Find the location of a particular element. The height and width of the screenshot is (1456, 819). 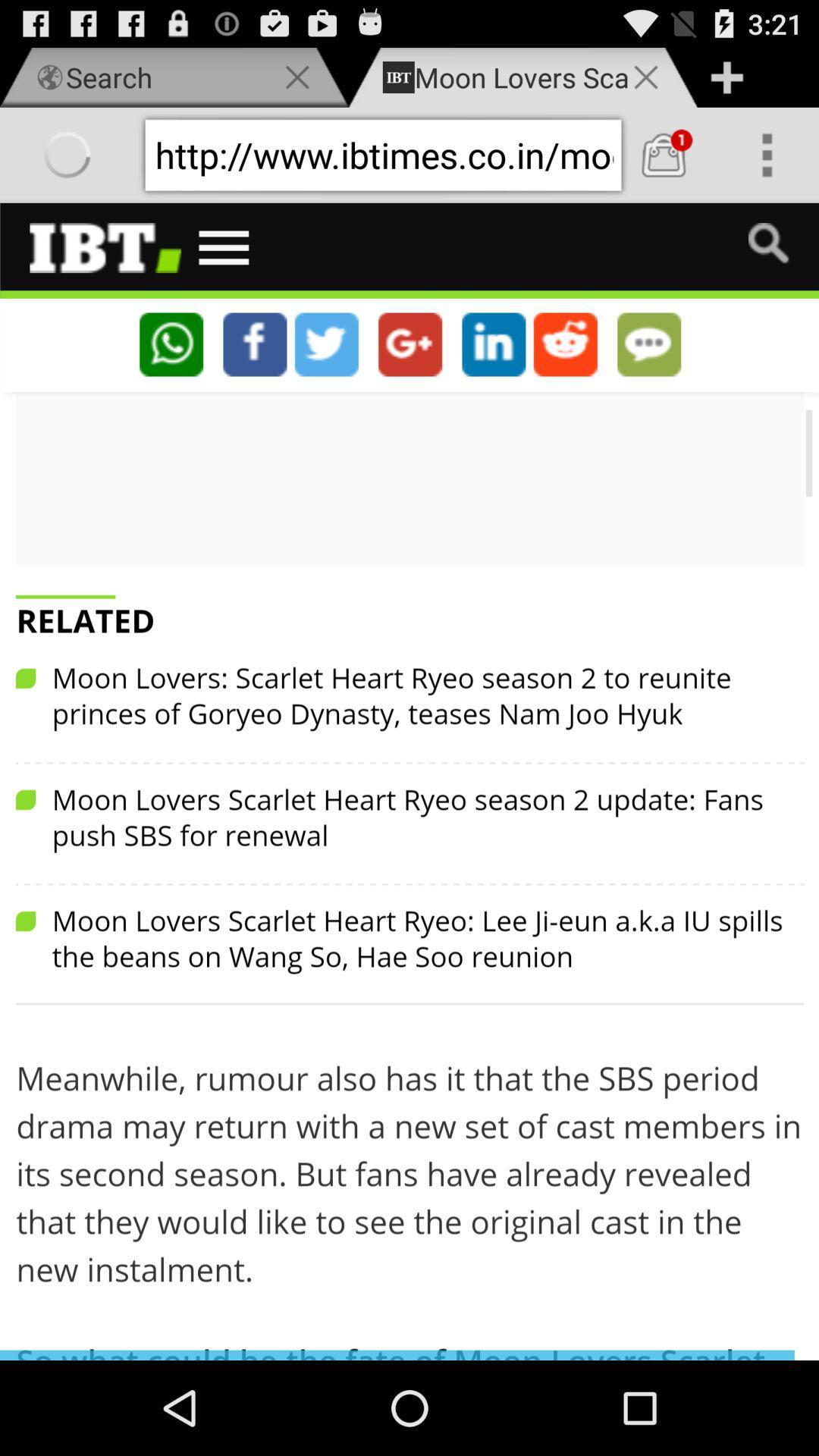

show more options is located at coordinates (767, 155).